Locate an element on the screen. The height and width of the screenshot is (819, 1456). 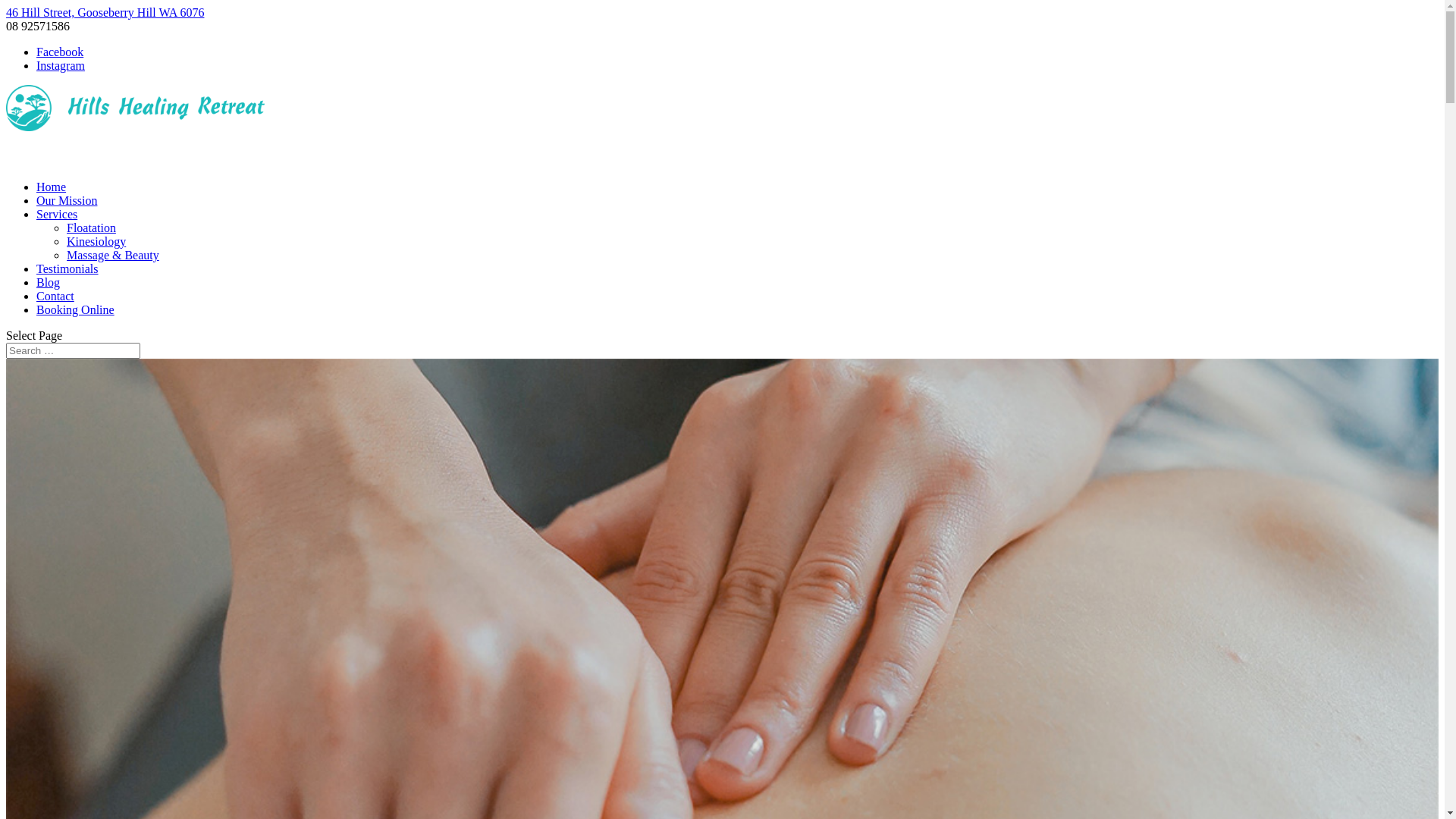
'Blog' is located at coordinates (48, 290).